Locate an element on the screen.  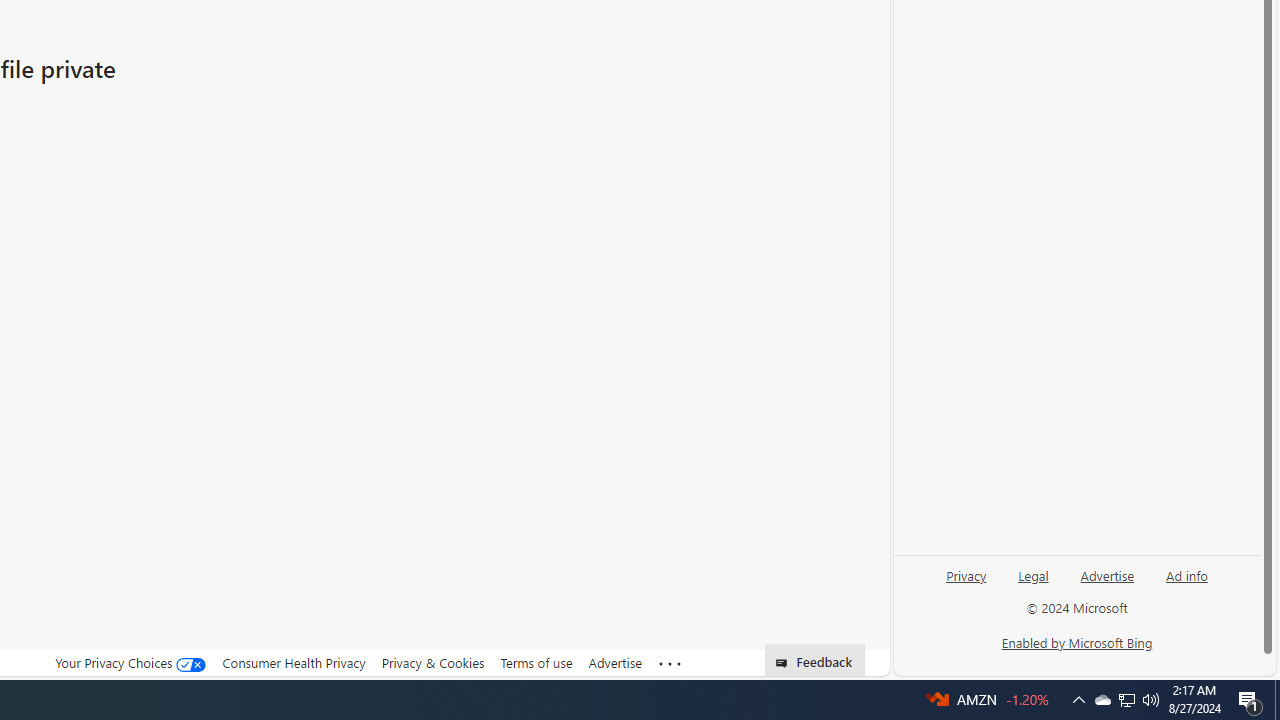
'Your Privacy Choices' is located at coordinates (130, 663).